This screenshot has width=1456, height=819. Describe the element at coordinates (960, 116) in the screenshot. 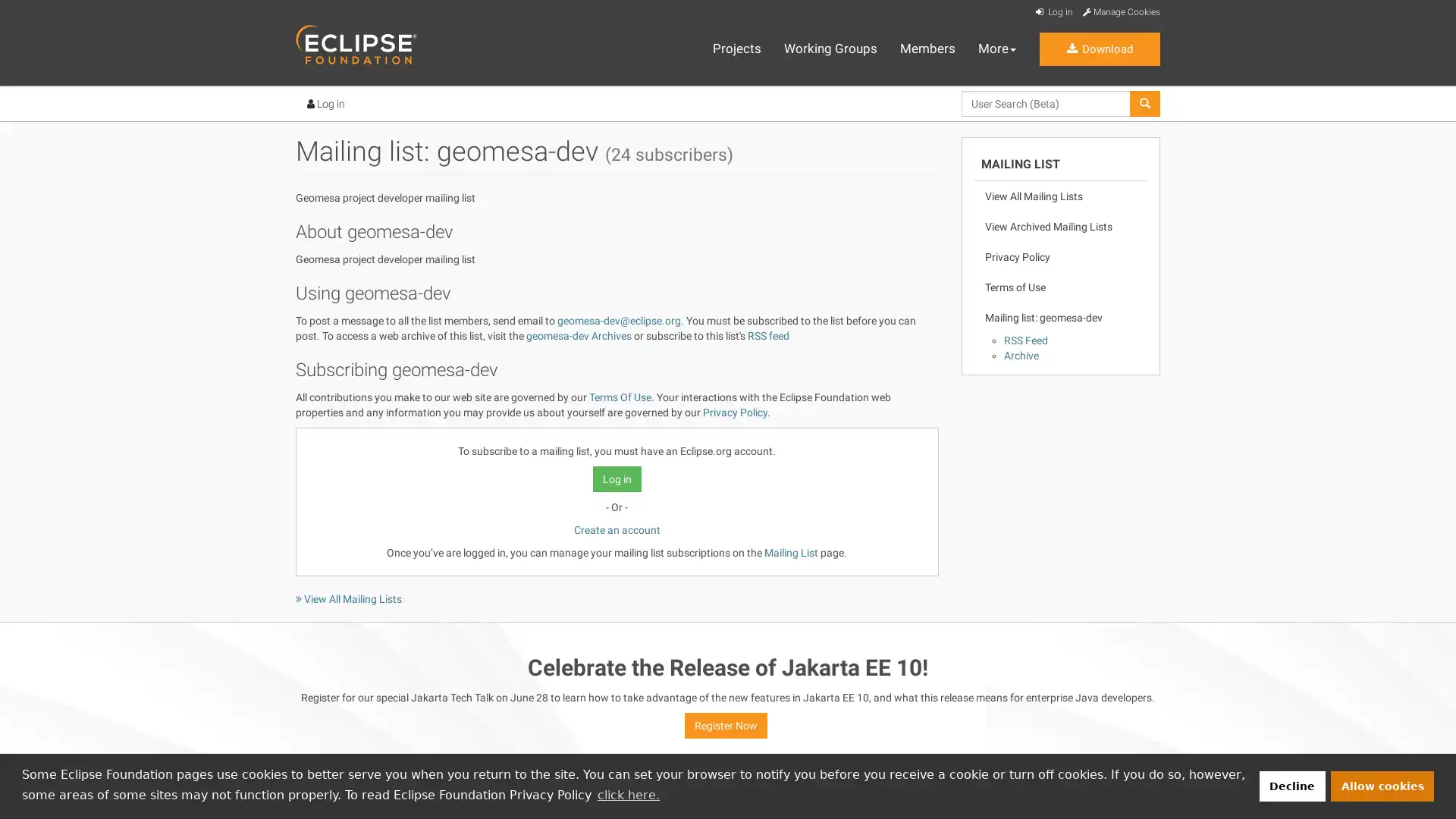

I see `Search` at that location.